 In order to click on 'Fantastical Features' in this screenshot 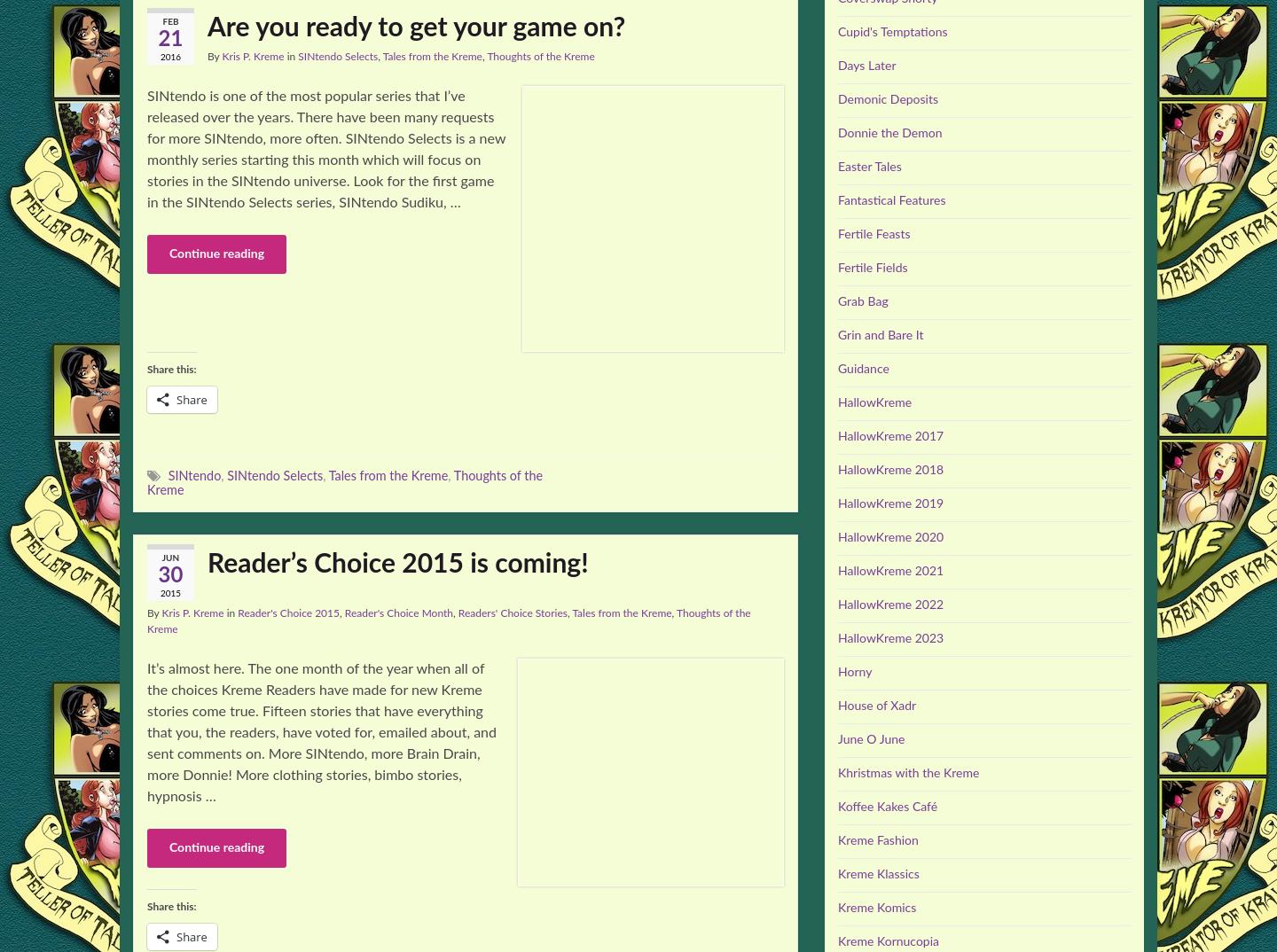, I will do `click(890, 200)`.